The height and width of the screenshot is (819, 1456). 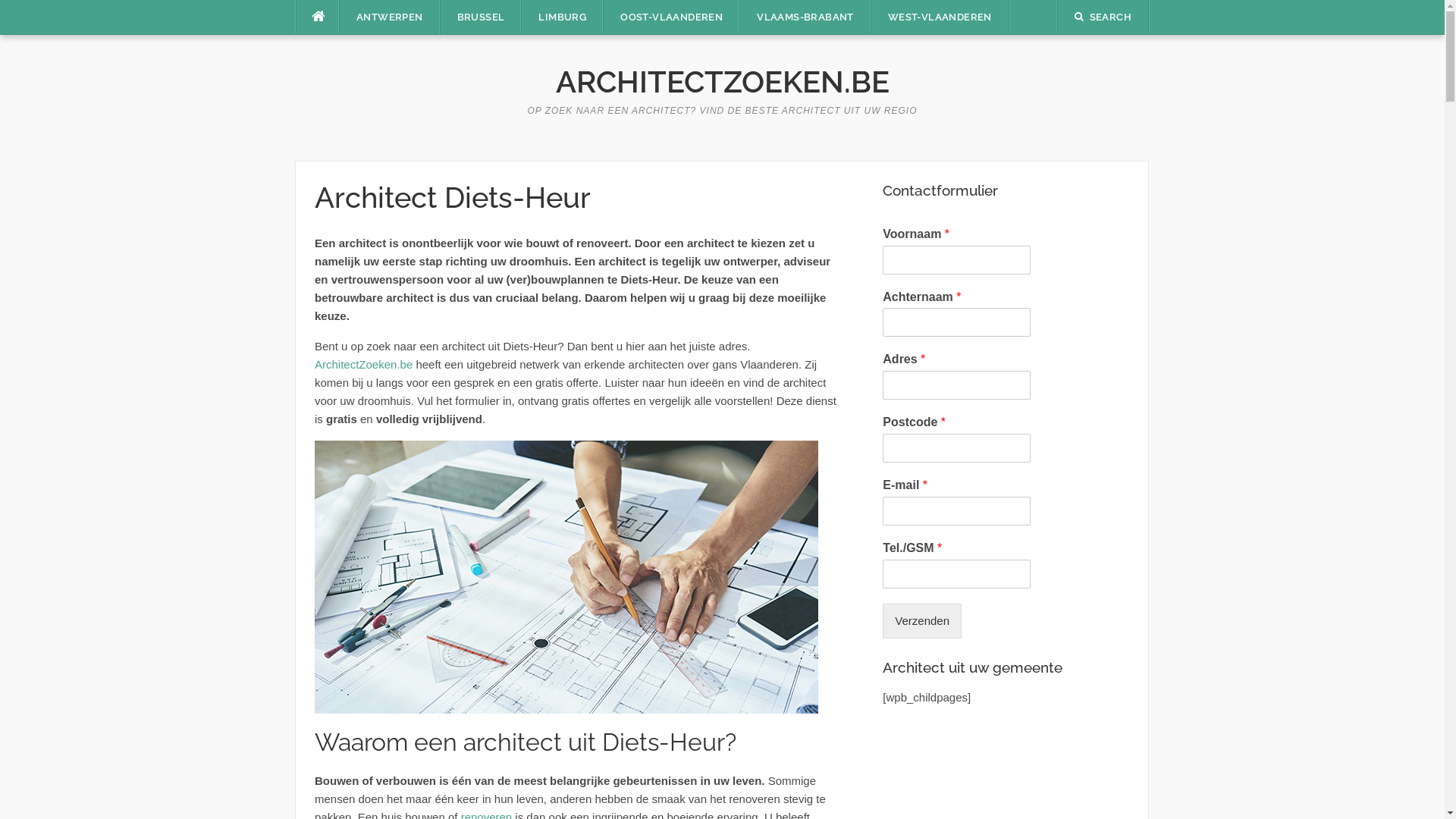 I want to click on 'ANTWERPEN', so click(x=389, y=17).